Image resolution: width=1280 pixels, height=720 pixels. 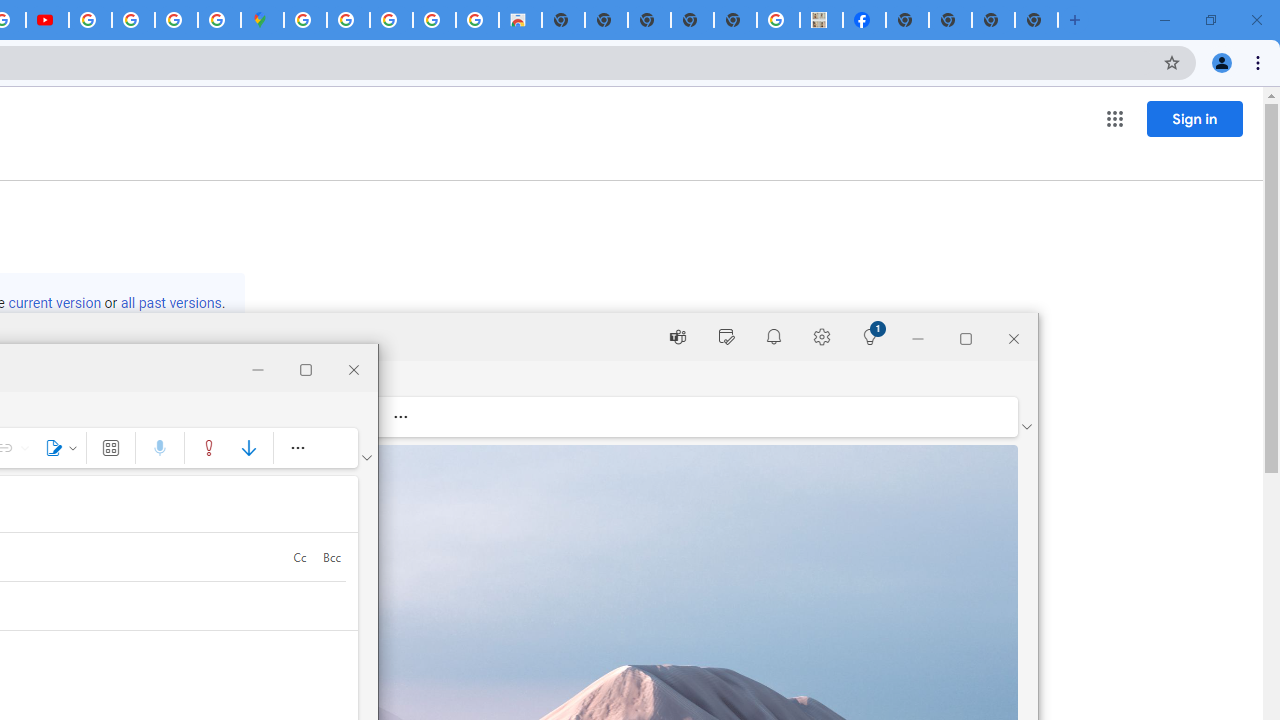 What do you see at coordinates (869, 335) in the screenshot?
I see `'Tips, 1 unread items'` at bounding box center [869, 335].